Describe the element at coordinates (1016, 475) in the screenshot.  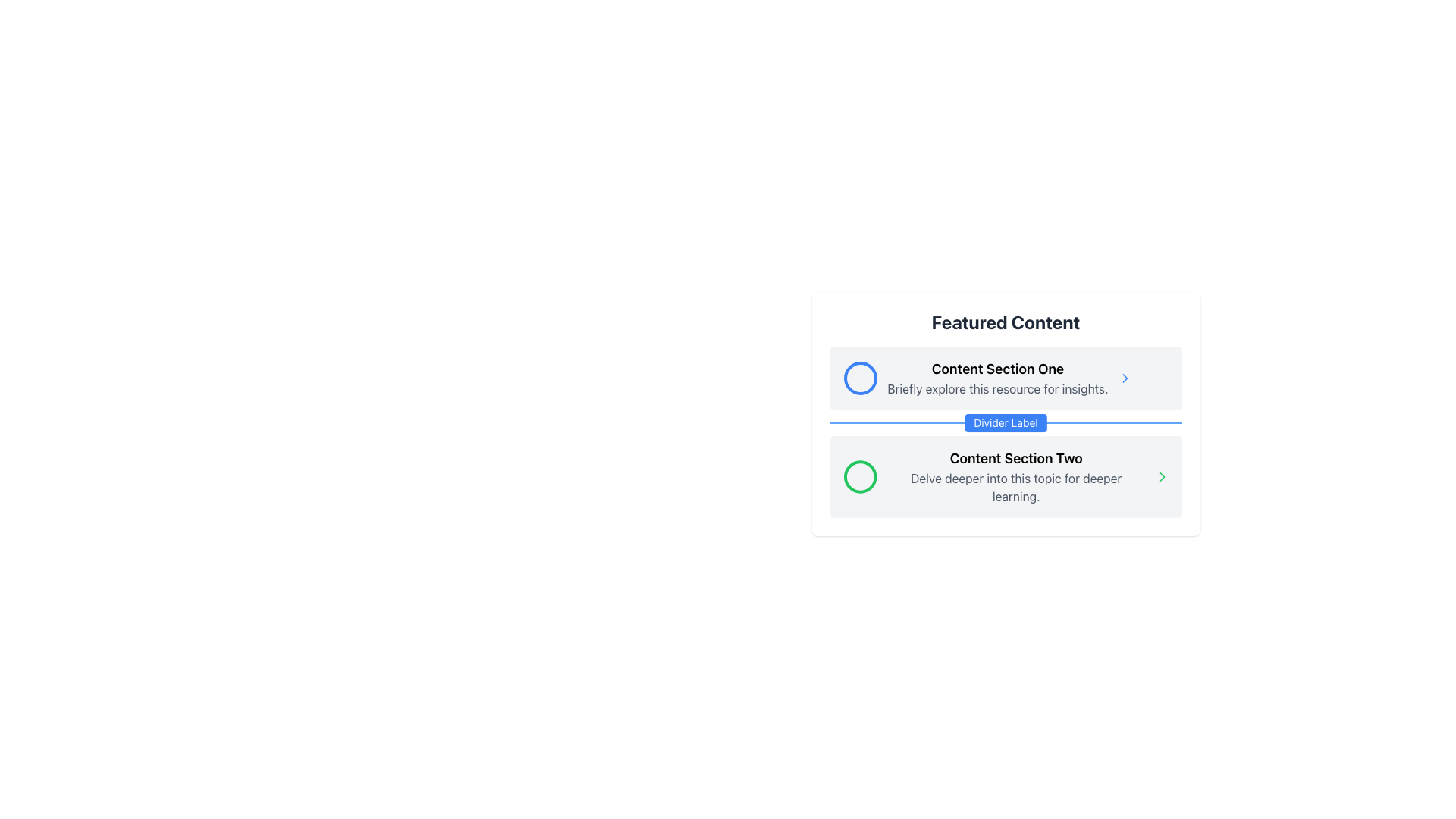
I see `textual content block that features the header 'Content Section Two' and the subtext 'Delve deeper into this topic for deeper learning.' This block is located in the second card of the featured content section, below the first card labeled 'Content Section One.'` at that location.